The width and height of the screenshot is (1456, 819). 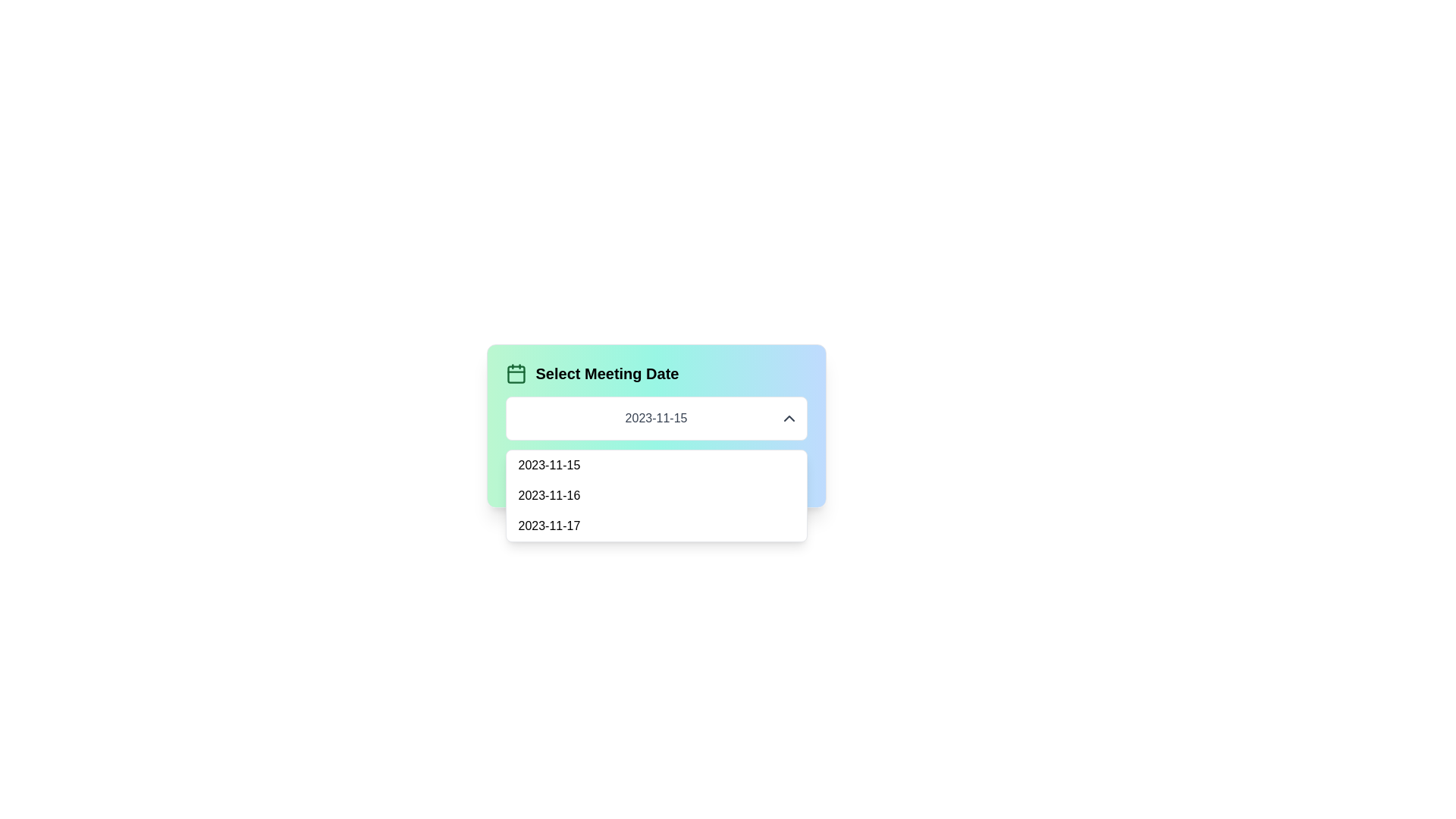 I want to click on the icon button located to the far right of the date input field displaying '2023-11-15', so click(x=789, y=418).